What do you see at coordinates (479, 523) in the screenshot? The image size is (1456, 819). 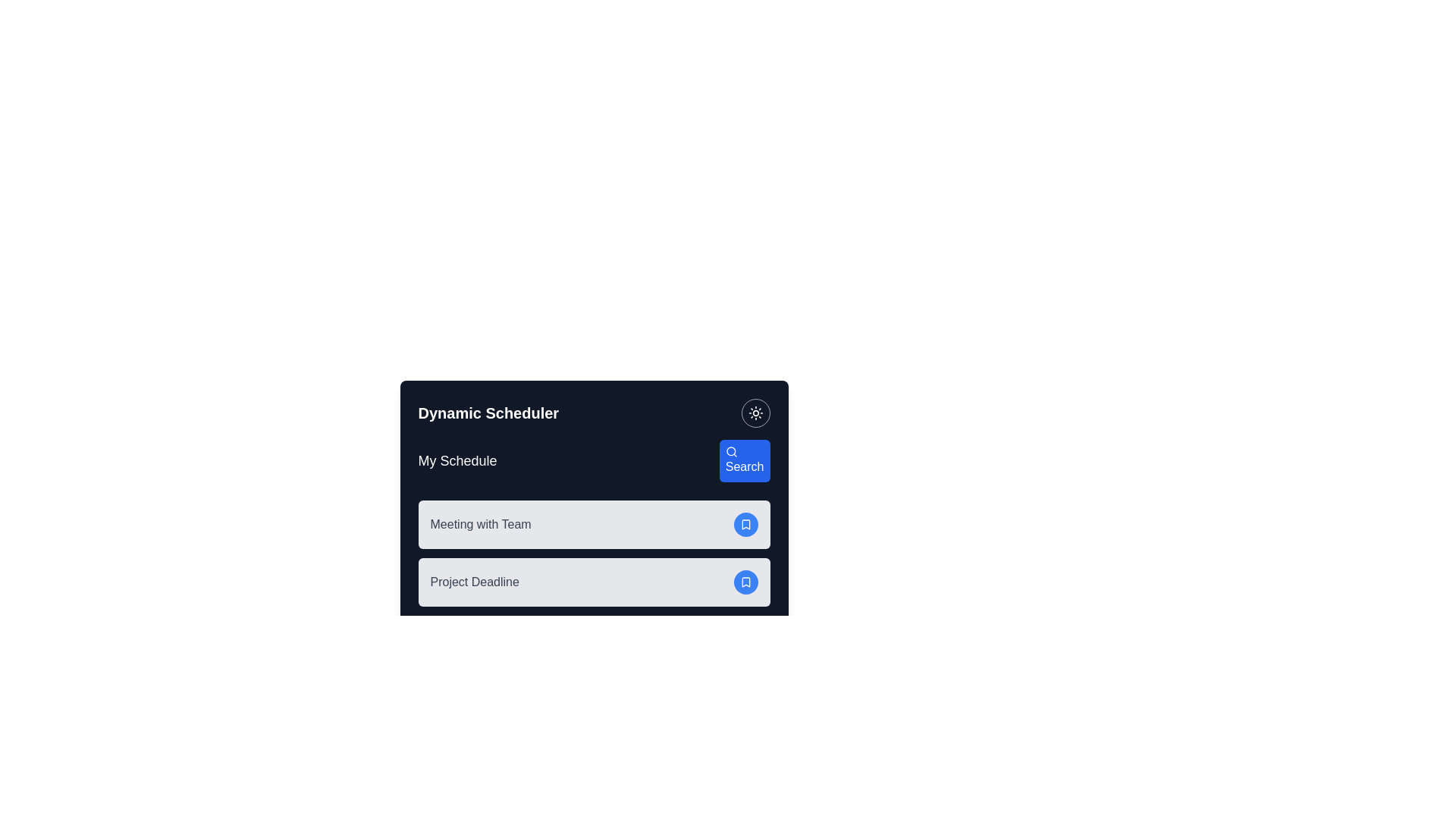 I see `the text label reading 'Meeting with Team'` at bounding box center [479, 523].